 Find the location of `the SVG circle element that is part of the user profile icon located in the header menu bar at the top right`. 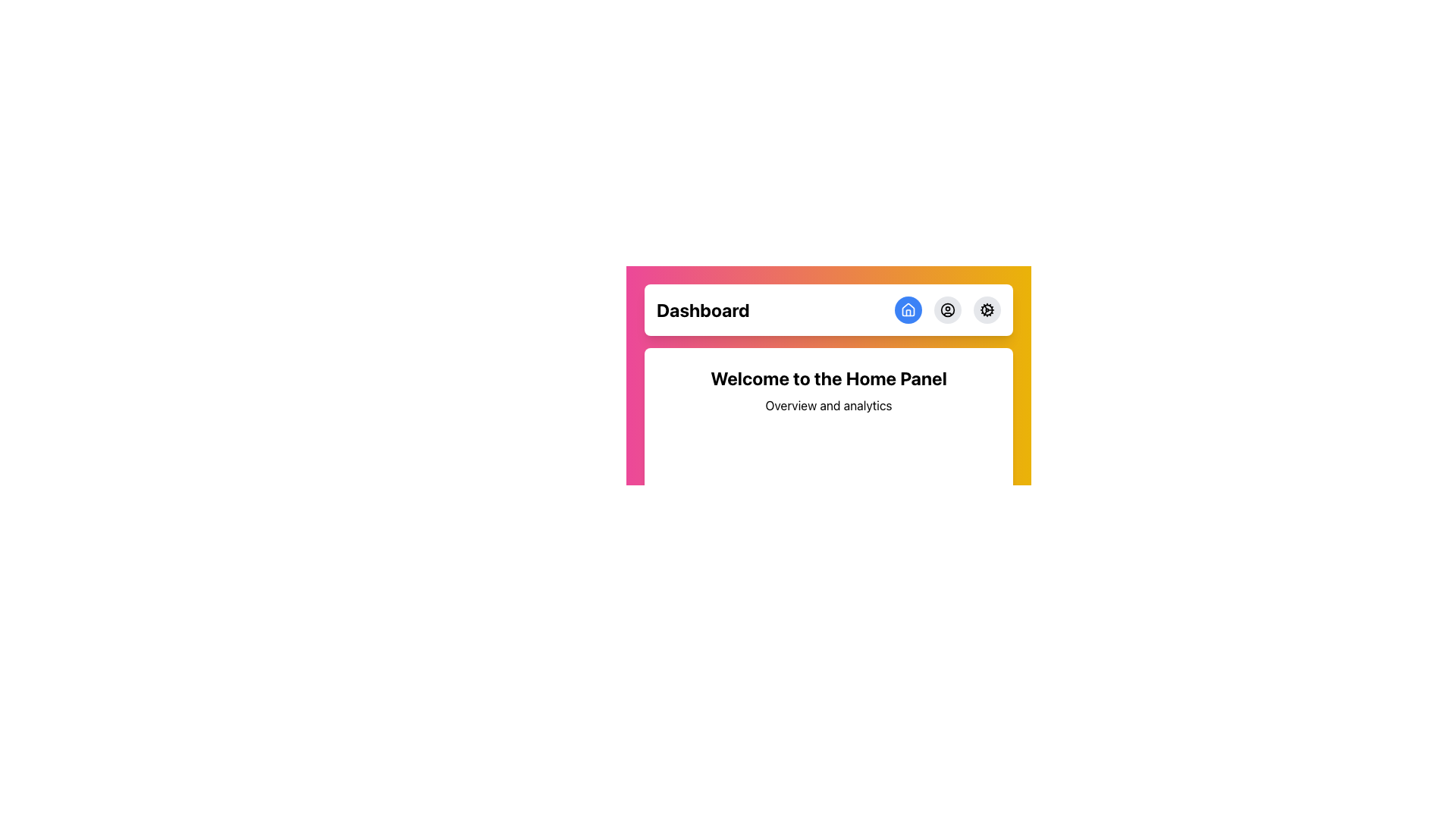

the SVG circle element that is part of the user profile icon located in the header menu bar at the top right is located at coordinates (946, 309).